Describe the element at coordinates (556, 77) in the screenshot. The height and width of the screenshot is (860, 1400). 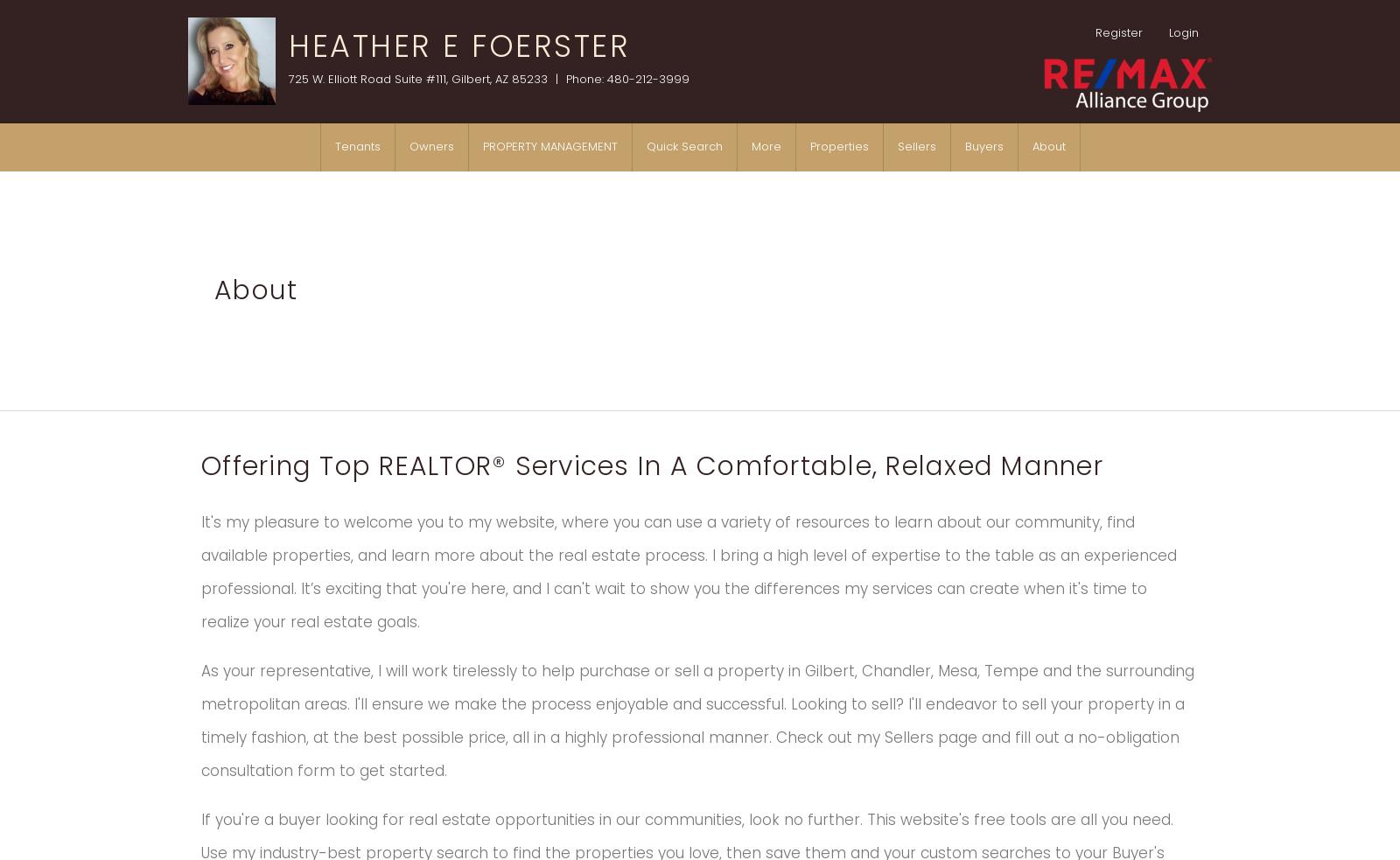
I see `'|'` at that location.